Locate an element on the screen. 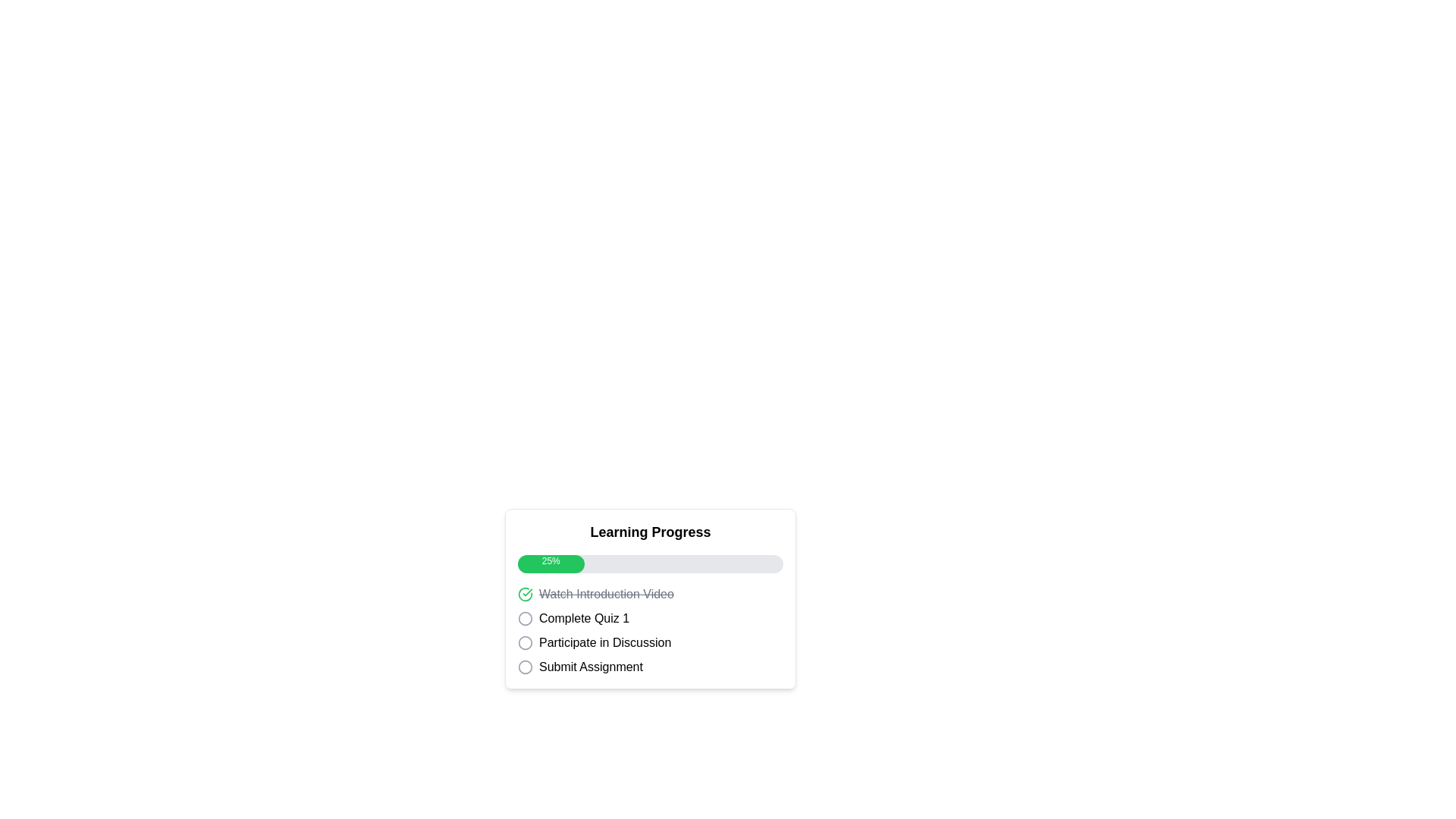 This screenshot has height=819, width=1456. the unselected circular checkbox located in the 'Learning Progress' section next to the text 'Complete Quiz 1' is located at coordinates (525, 619).